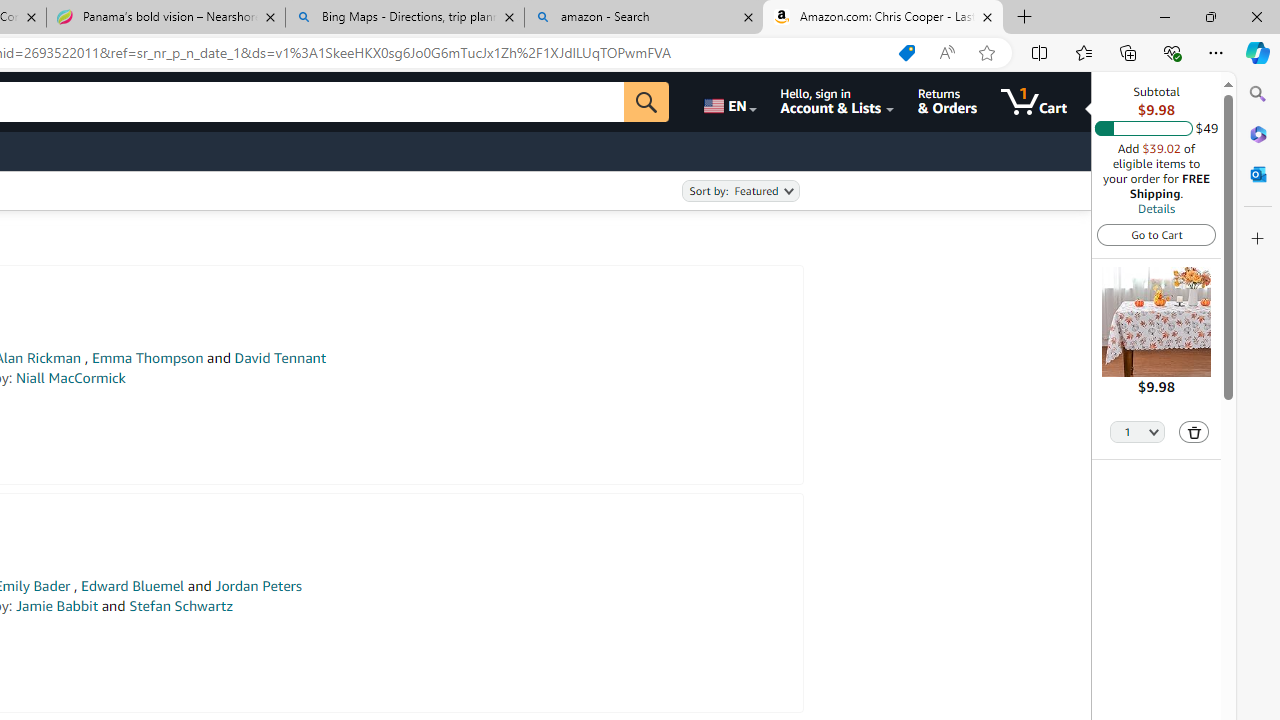 The width and height of the screenshot is (1280, 720). What do you see at coordinates (257, 585) in the screenshot?
I see `'Jordan Peters'` at bounding box center [257, 585].